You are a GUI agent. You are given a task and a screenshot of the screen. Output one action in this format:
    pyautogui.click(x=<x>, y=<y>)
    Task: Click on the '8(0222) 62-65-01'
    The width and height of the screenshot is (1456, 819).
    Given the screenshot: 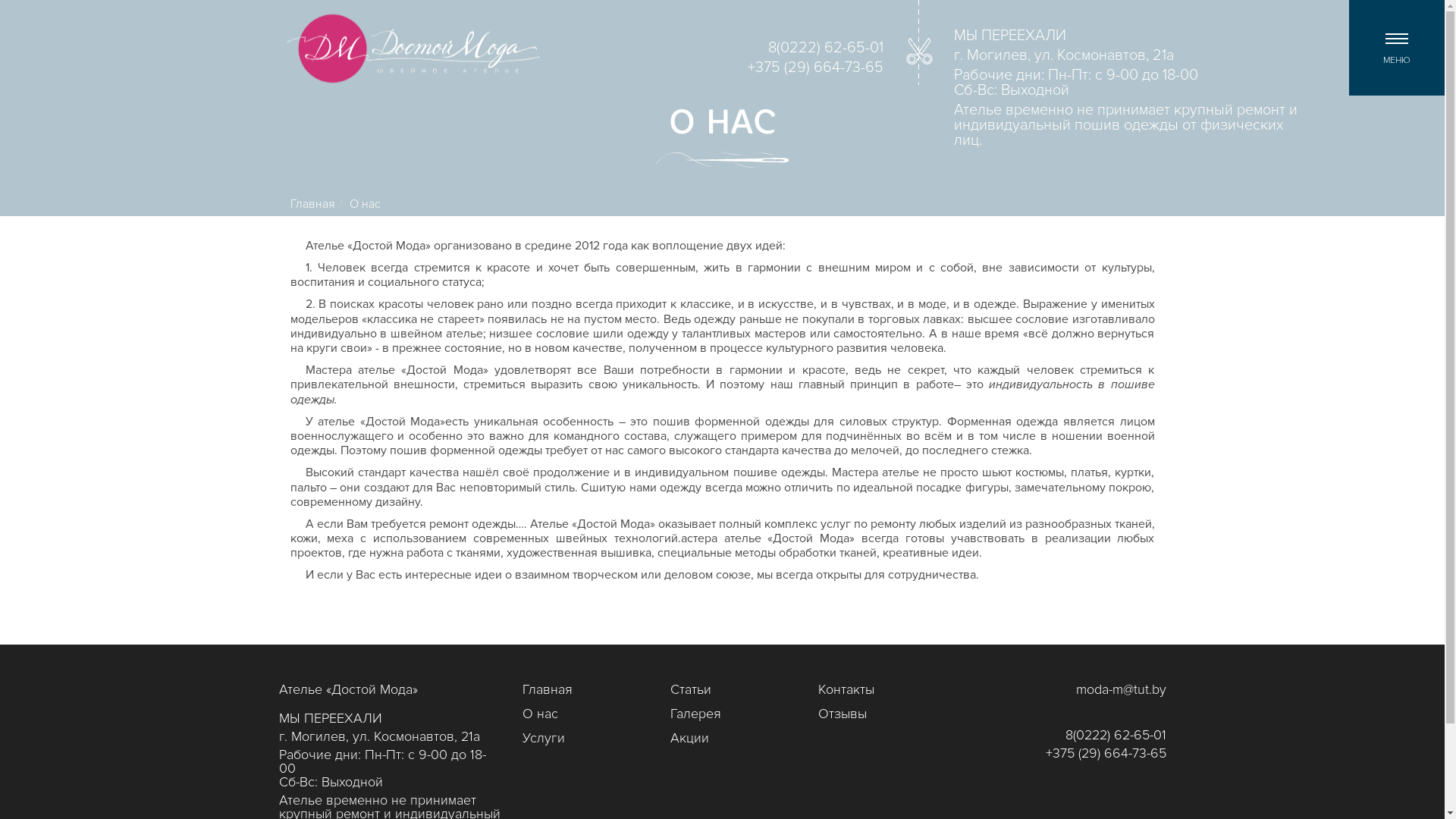 What is the action you would take?
    pyautogui.click(x=825, y=48)
    